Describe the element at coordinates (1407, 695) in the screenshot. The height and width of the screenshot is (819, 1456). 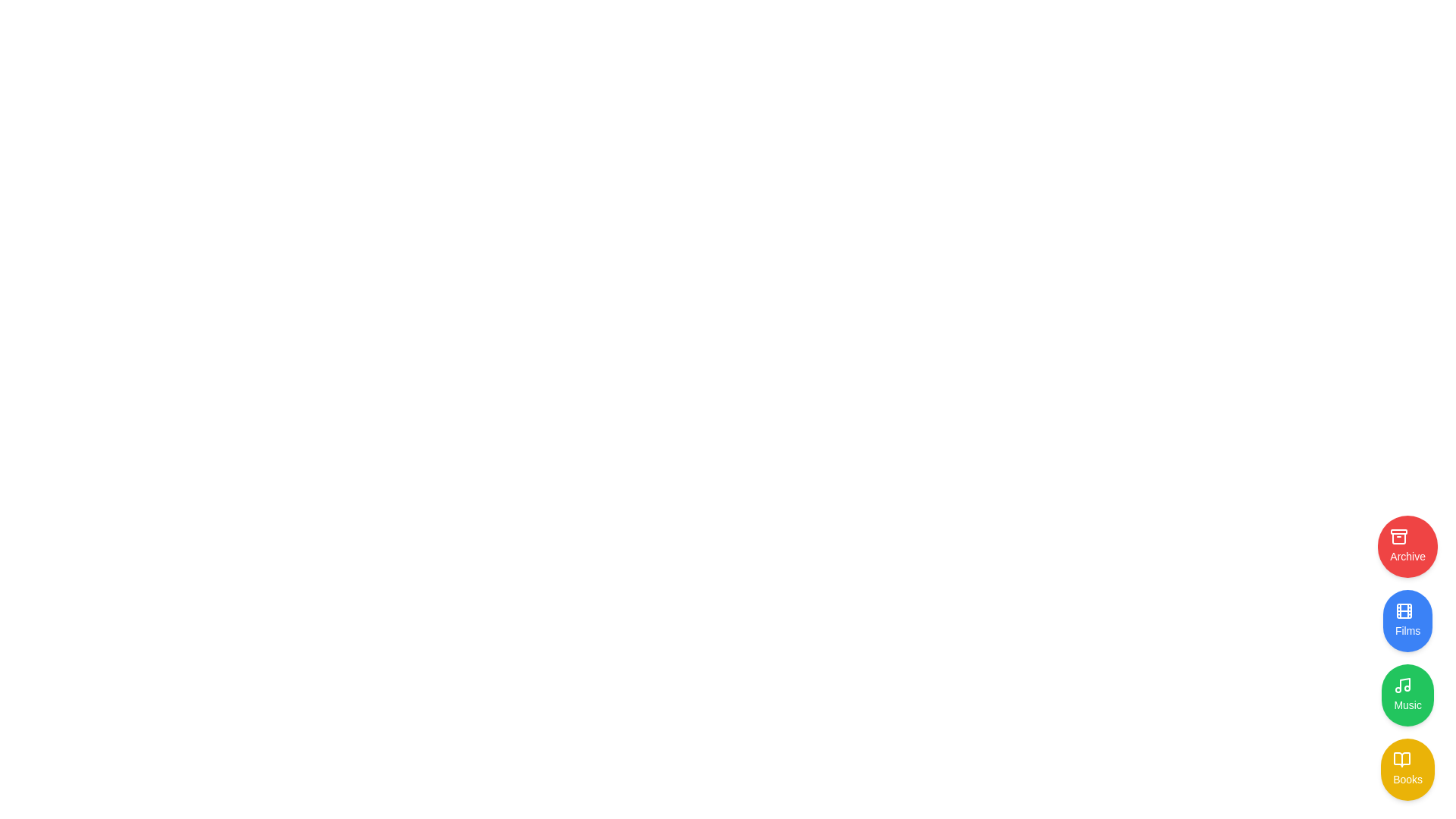
I see `the circular green 'Music' button with a music note icon to trigger the visual scale animation` at that location.